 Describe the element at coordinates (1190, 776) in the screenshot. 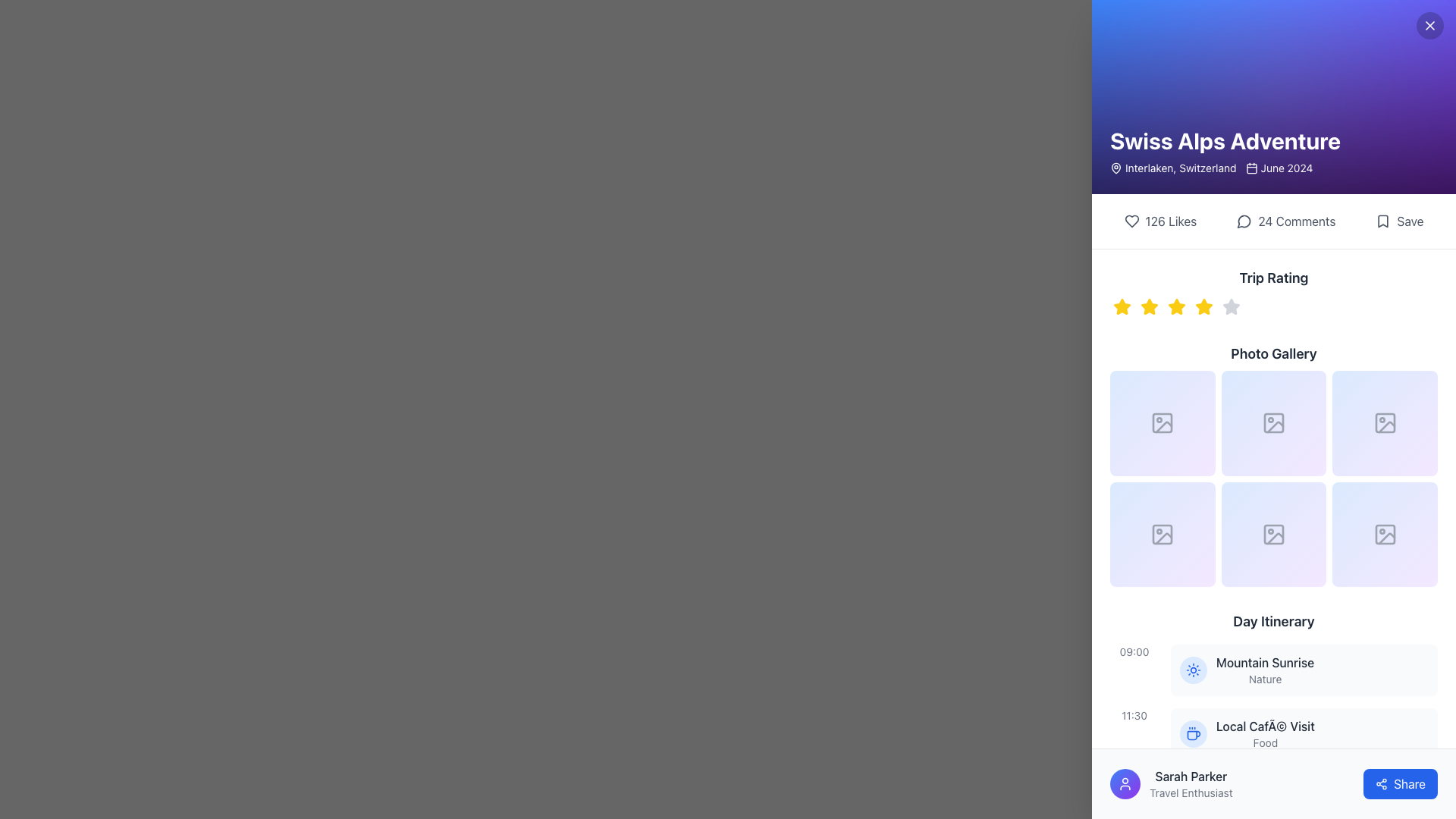

I see `the static text label displaying 'Sarah Parker', which is styled in a medium weight dark gray font and positioned above the text 'Travel Enthusiast'` at that location.